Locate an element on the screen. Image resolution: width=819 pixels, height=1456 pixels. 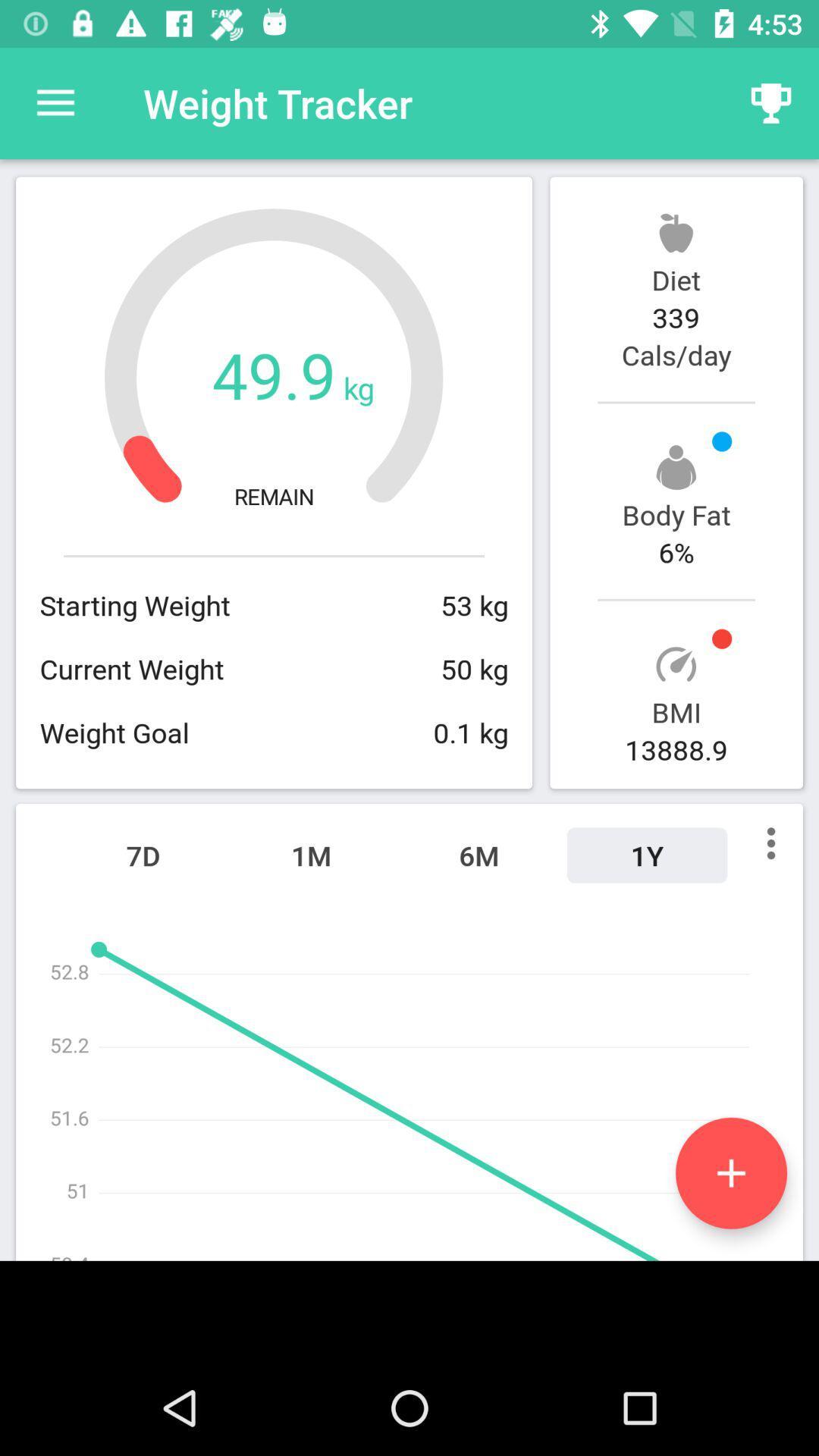
icon to the right of 6m icon is located at coordinates (647, 855).